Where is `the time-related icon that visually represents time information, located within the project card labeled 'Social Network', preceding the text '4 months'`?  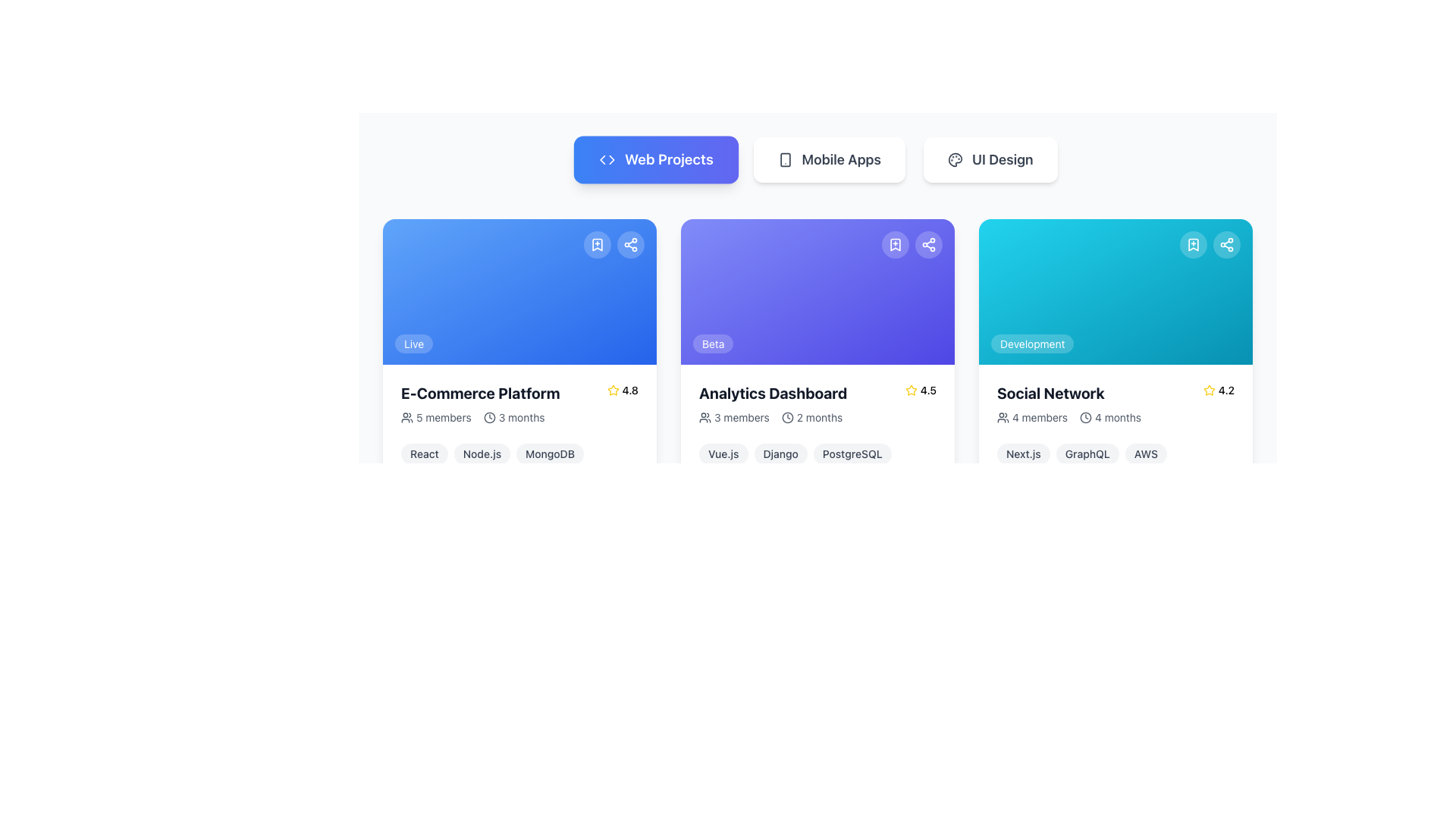 the time-related icon that visually represents time information, located within the project card labeled 'Social Network', preceding the text '4 months' is located at coordinates (1085, 418).